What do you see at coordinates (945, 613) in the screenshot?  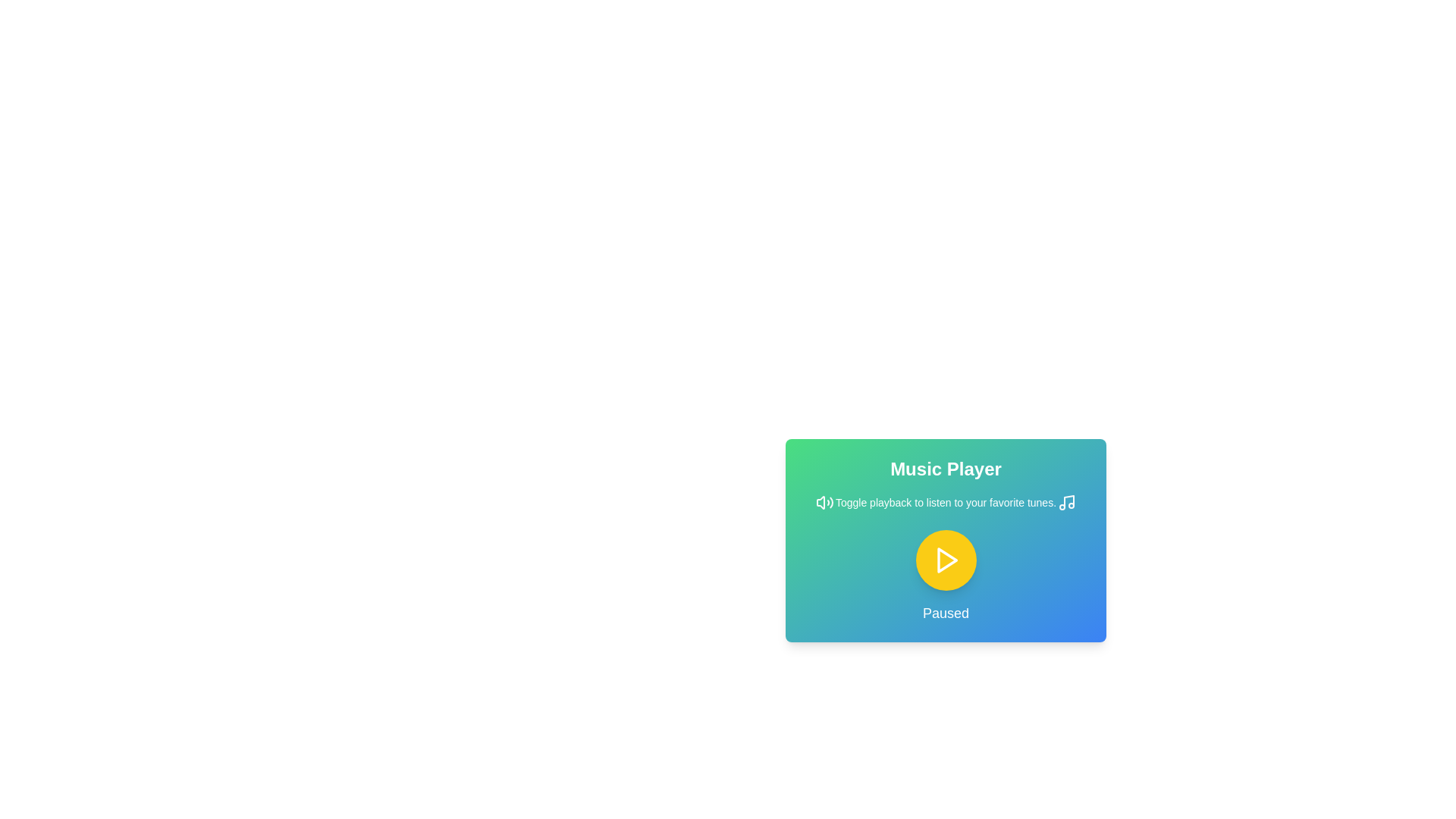 I see `the 'Paused' text label, which is styled in a medium font size and white color, located at the bottom center of the multimedia control card layout beneath the yellow play icon` at bounding box center [945, 613].